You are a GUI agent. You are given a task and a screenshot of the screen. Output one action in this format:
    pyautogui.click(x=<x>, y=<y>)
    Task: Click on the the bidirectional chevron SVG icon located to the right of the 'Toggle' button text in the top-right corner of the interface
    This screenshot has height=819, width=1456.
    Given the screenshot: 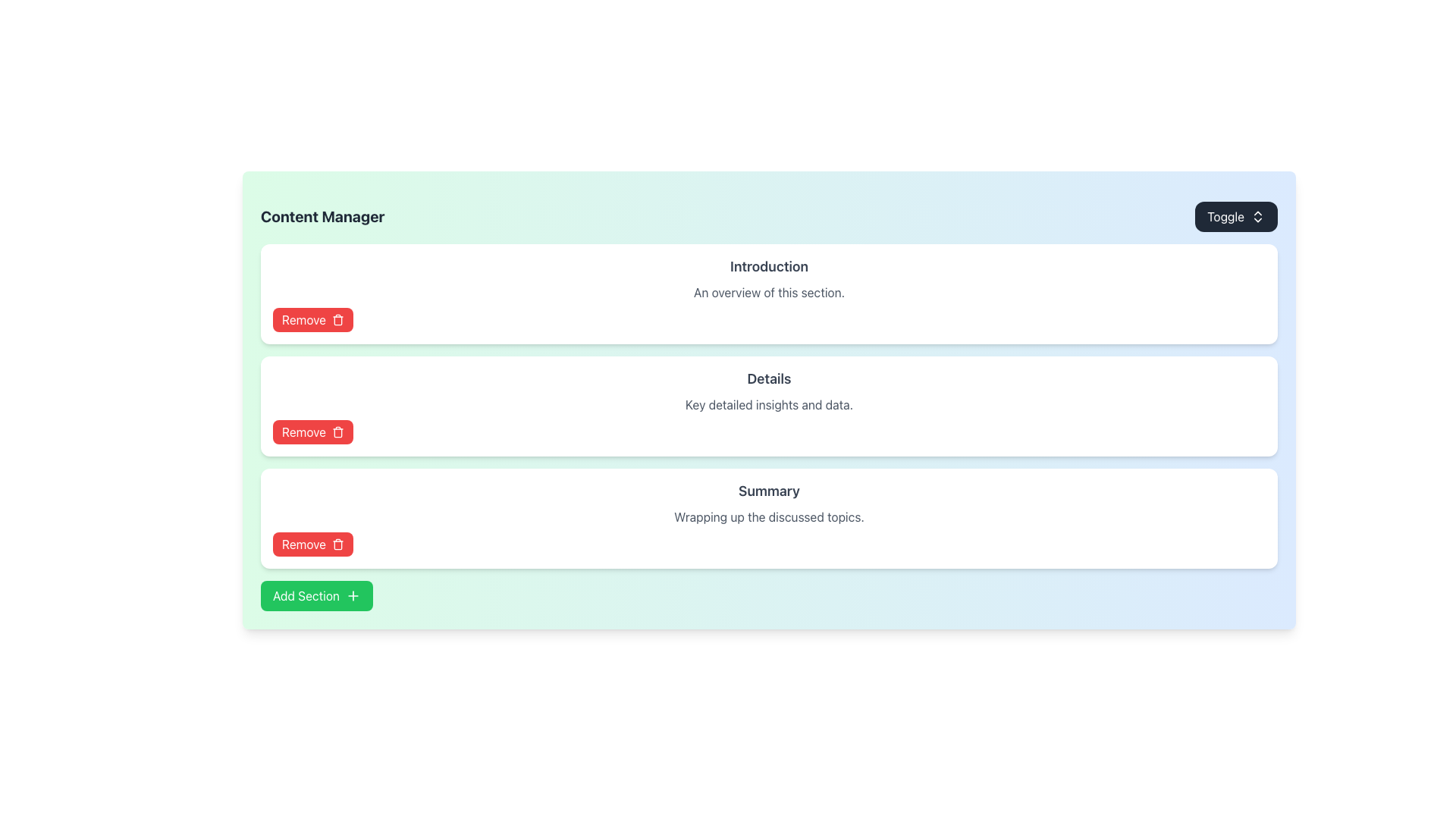 What is the action you would take?
    pyautogui.click(x=1258, y=216)
    